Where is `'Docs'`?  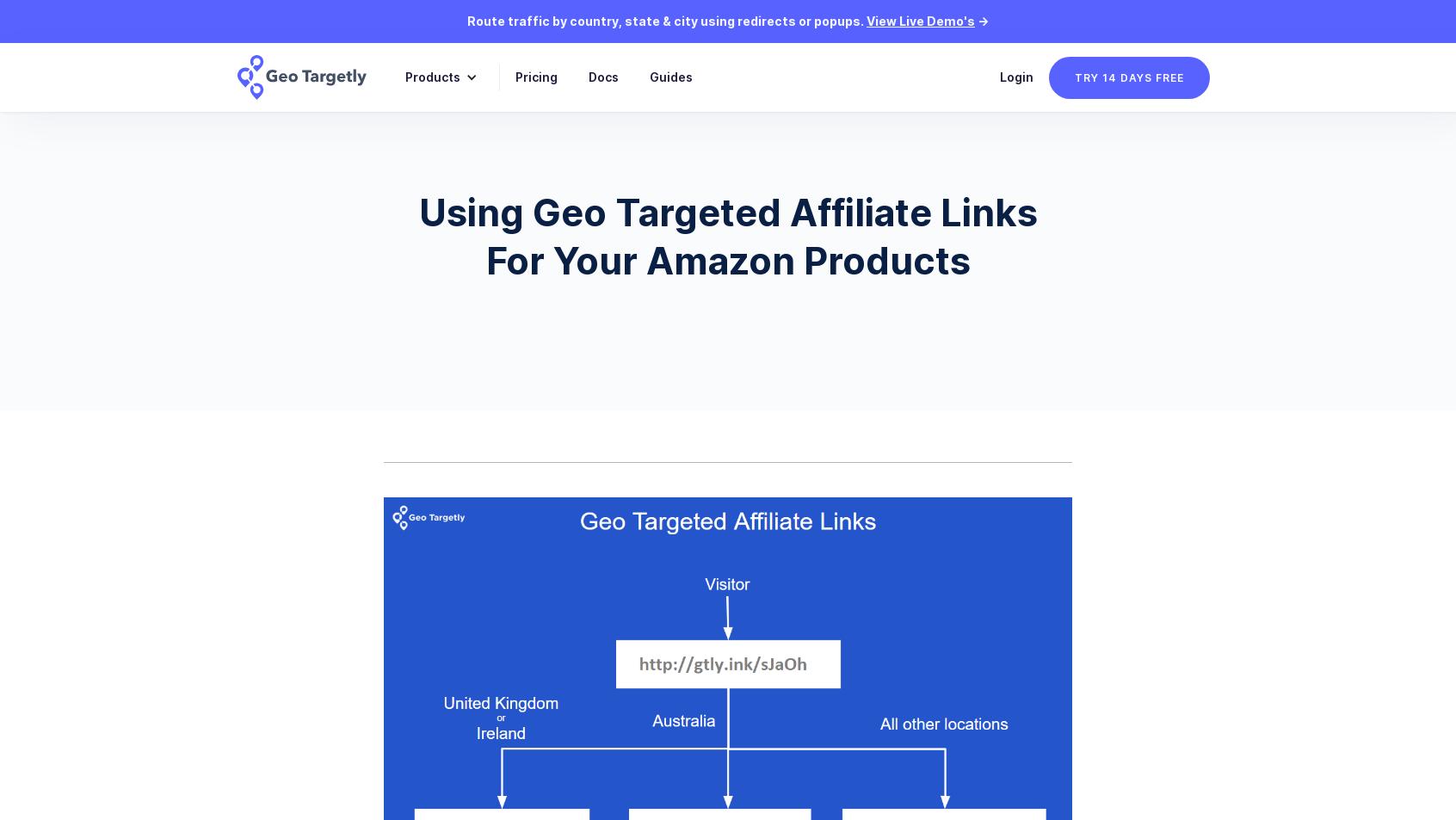
'Docs' is located at coordinates (603, 76).